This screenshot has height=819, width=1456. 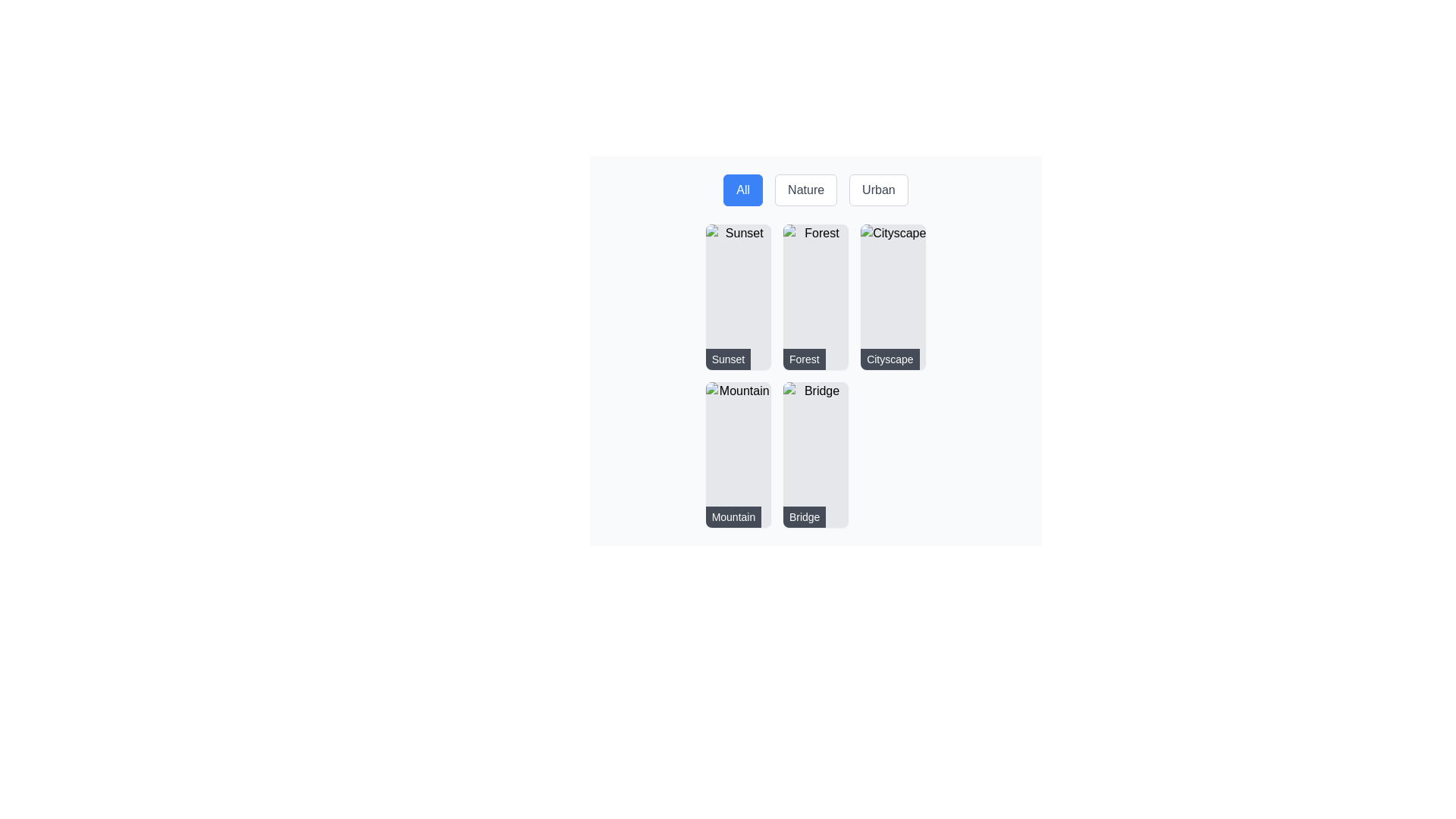 What do you see at coordinates (890, 359) in the screenshot?
I see `the 'Cityscape' text label, which is displayed in white font against a dark gray background, located at the bottom-left corner of its card component in the third column of a grid layout` at bounding box center [890, 359].